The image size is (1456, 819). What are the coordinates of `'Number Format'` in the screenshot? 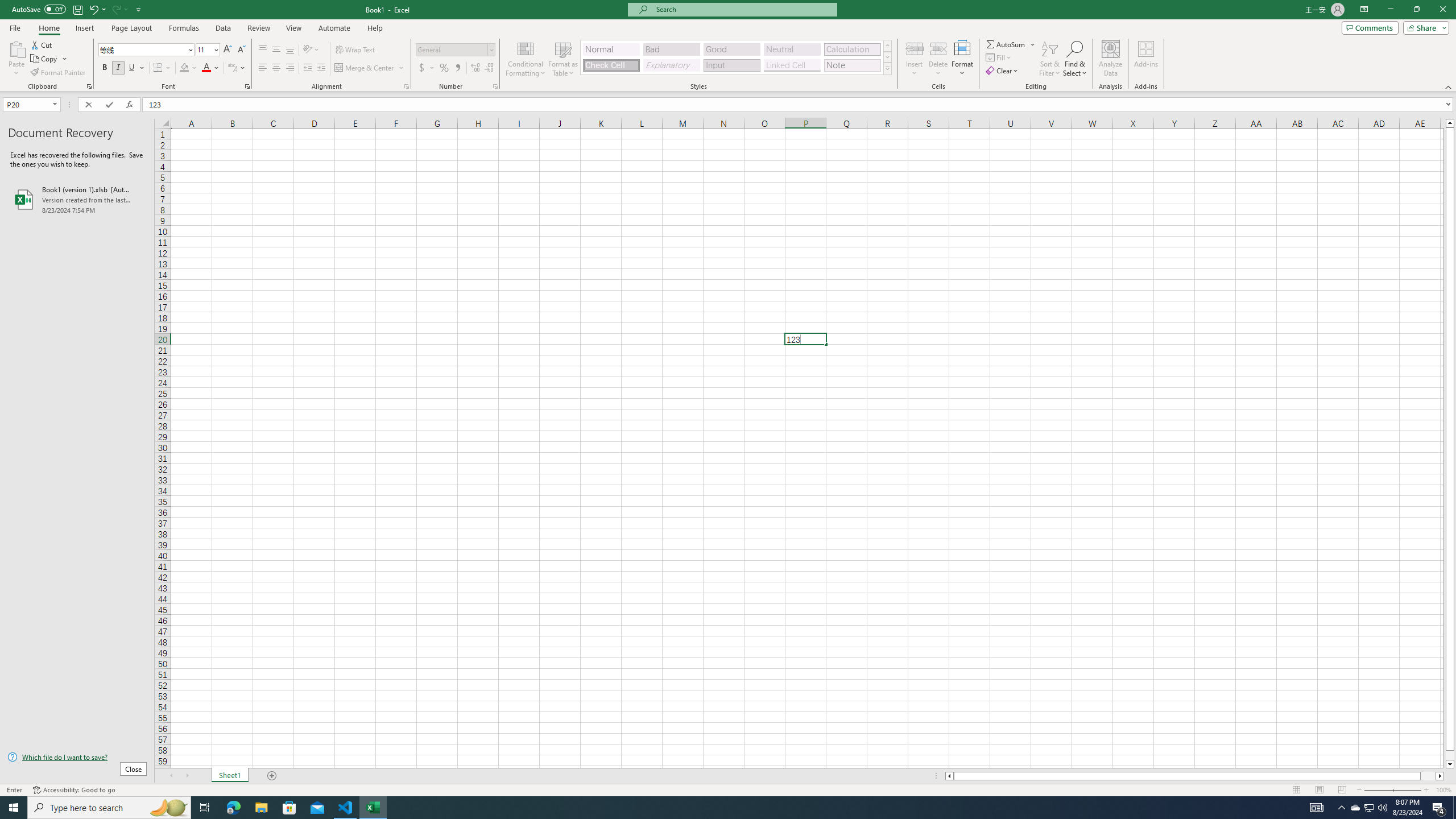 It's located at (452, 49).